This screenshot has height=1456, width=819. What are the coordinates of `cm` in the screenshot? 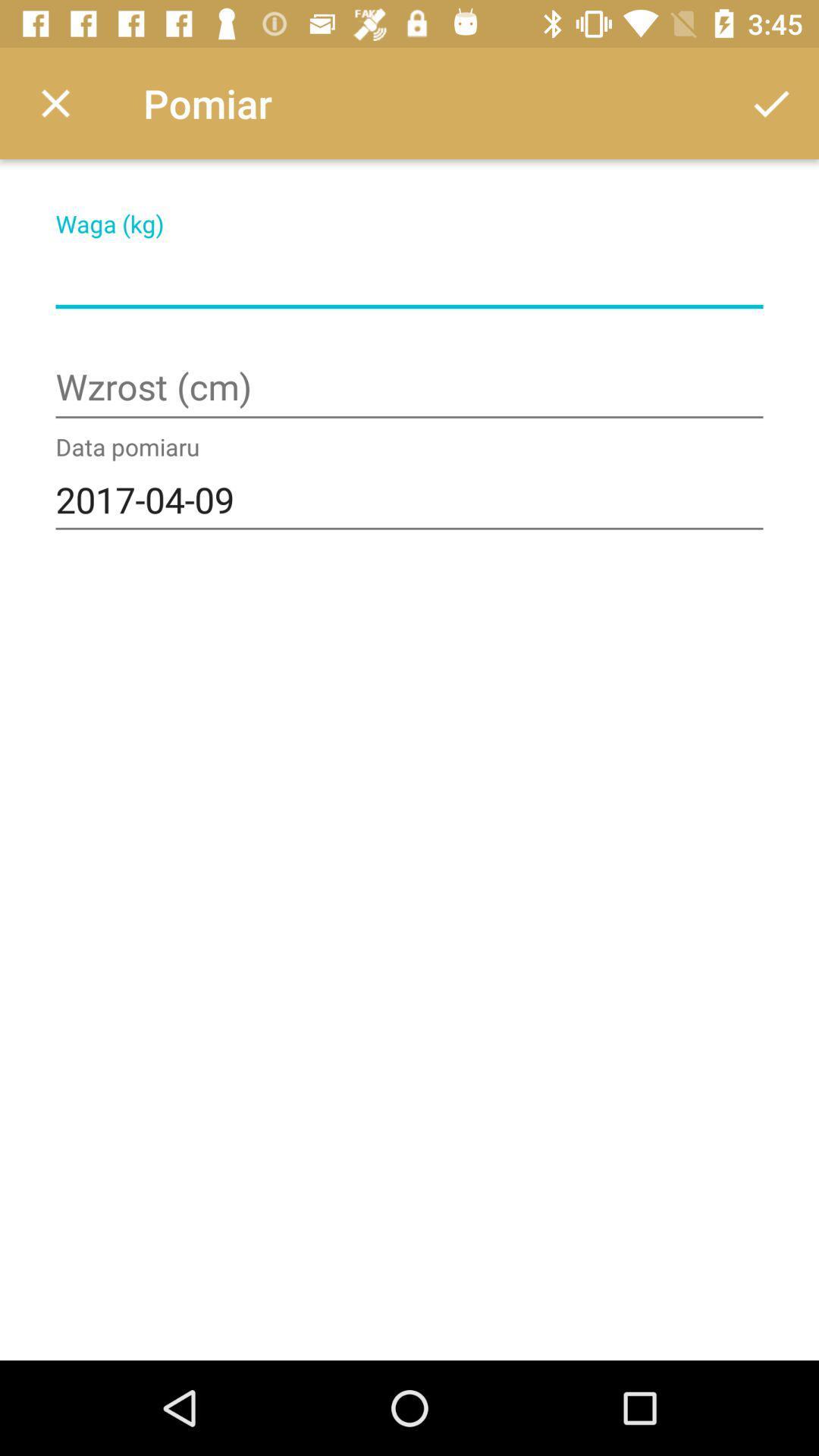 It's located at (409, 389).